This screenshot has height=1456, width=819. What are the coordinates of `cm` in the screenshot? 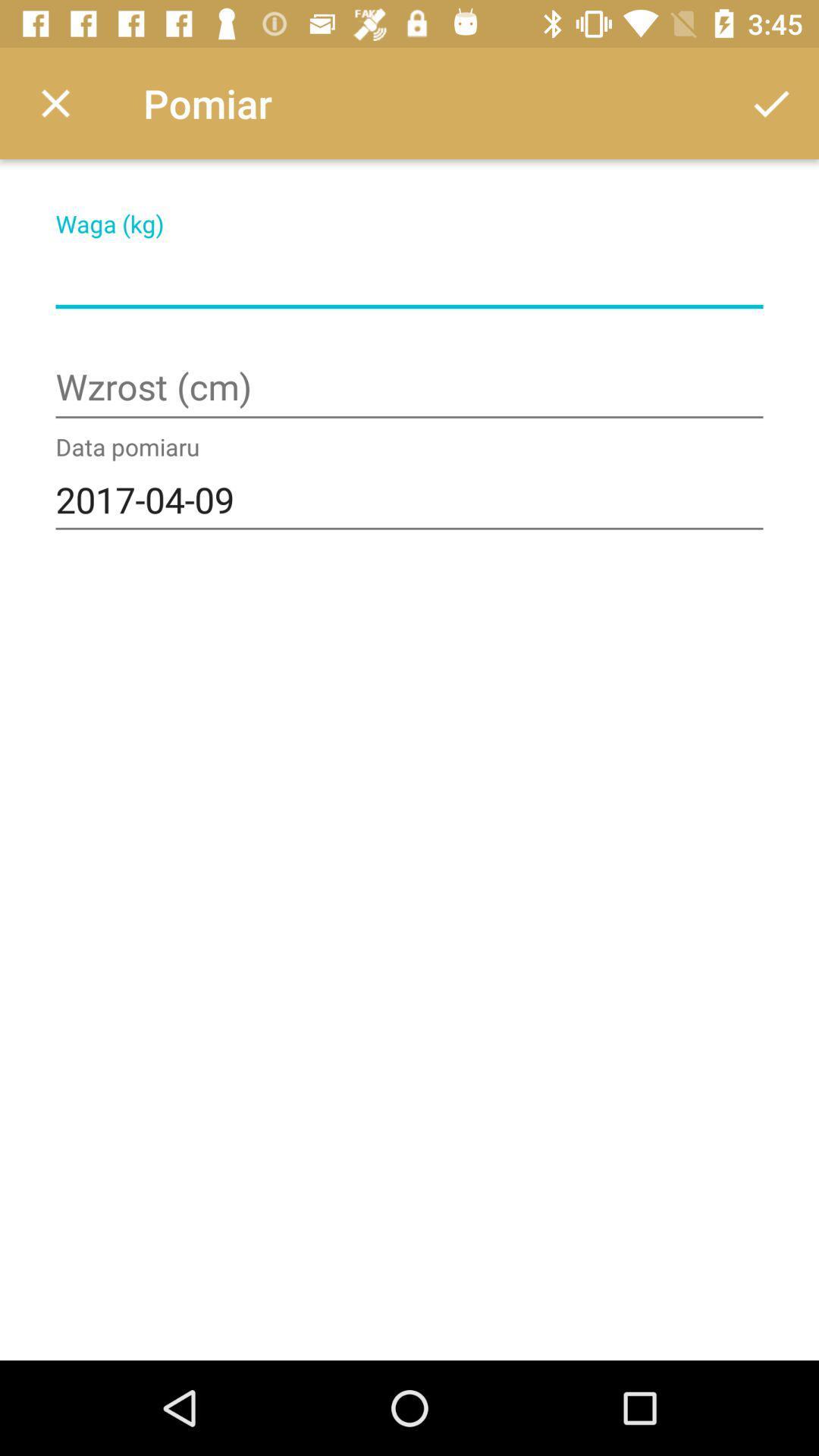 It's located at (409, 389).